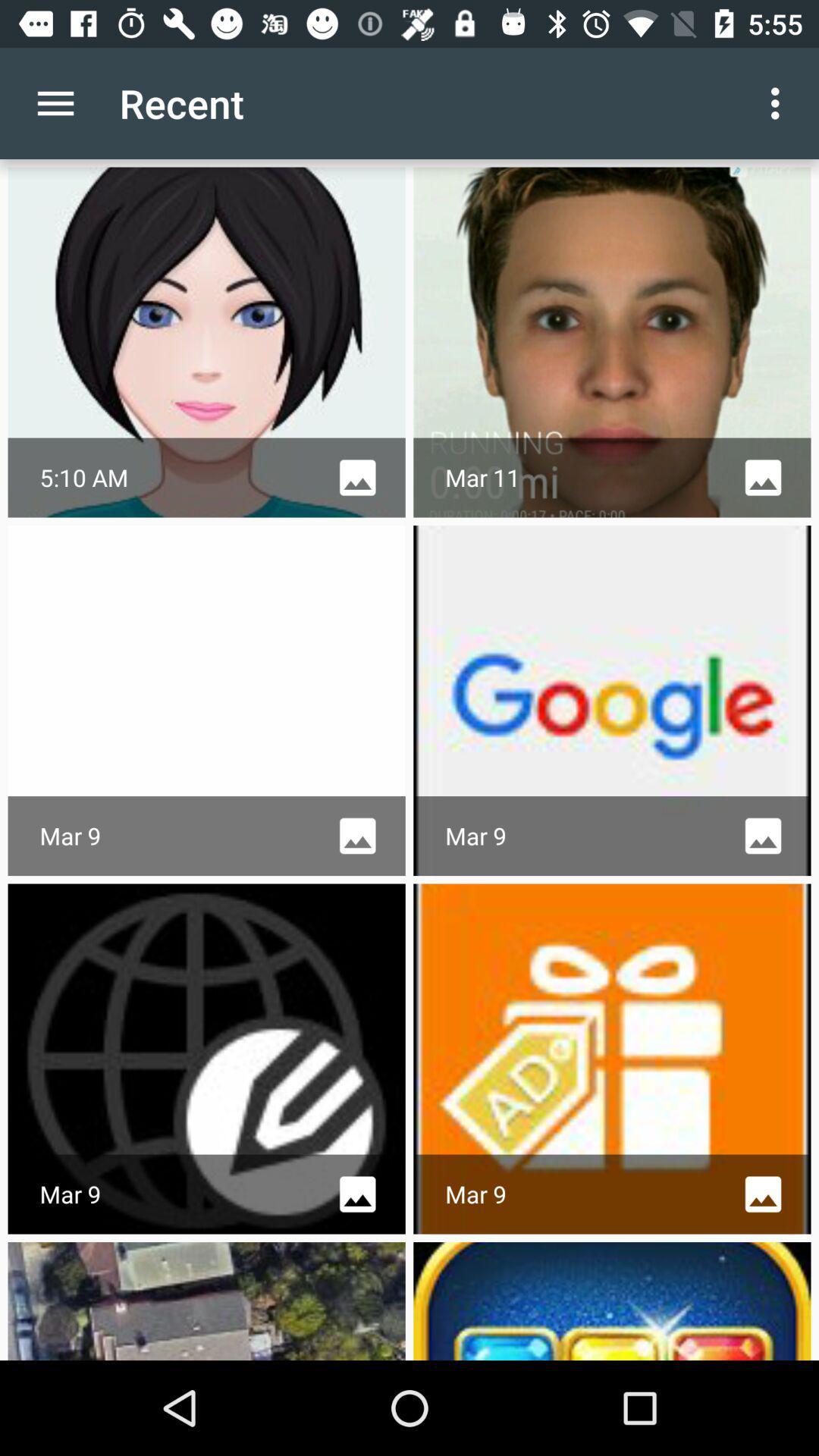 The width and height of the screenshot is (819, 1456). I want to click on icon to the right of recent app, so click(779, 102).